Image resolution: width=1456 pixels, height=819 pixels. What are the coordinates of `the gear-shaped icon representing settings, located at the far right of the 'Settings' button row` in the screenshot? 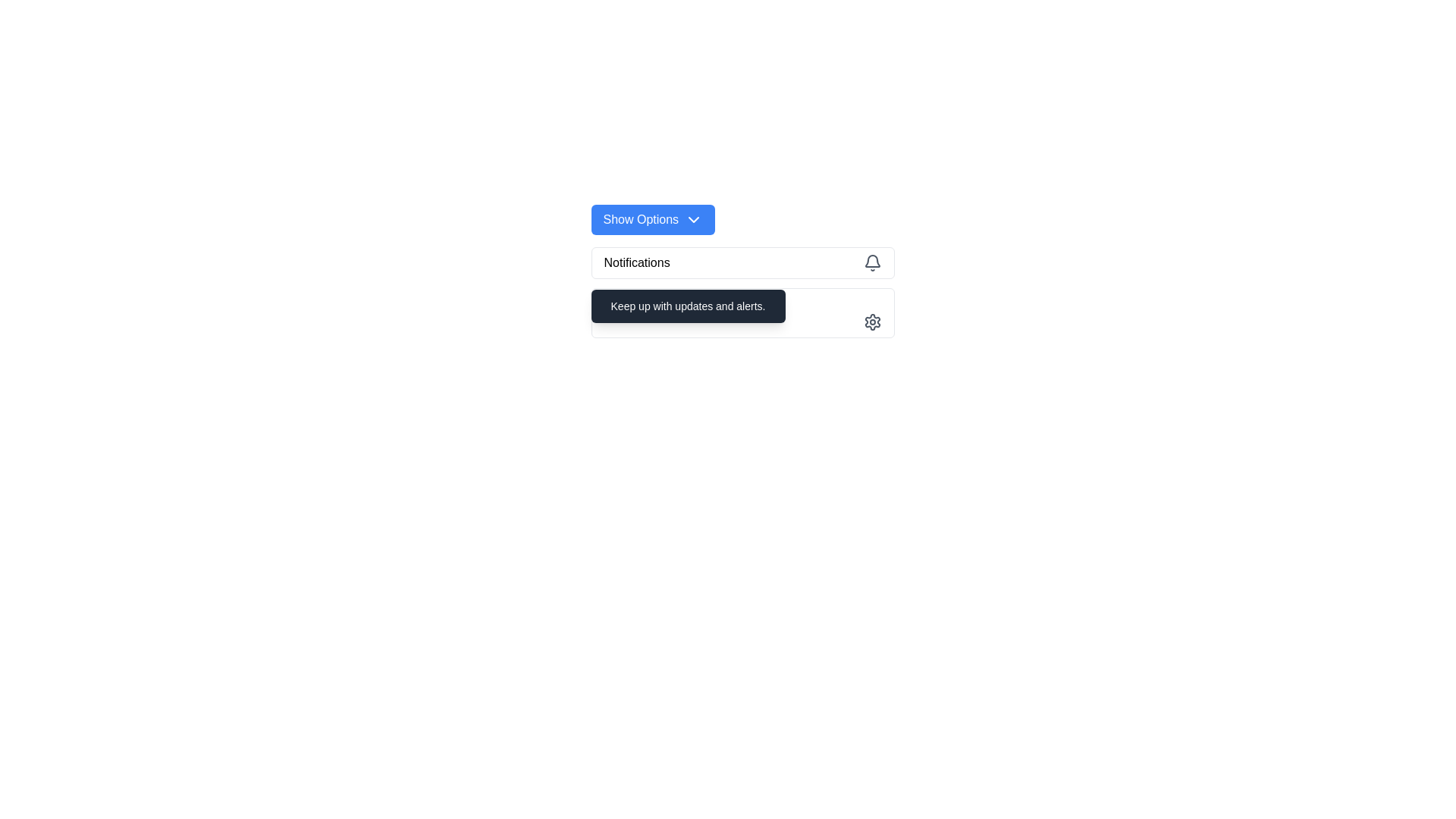 It's located at (872, 321).